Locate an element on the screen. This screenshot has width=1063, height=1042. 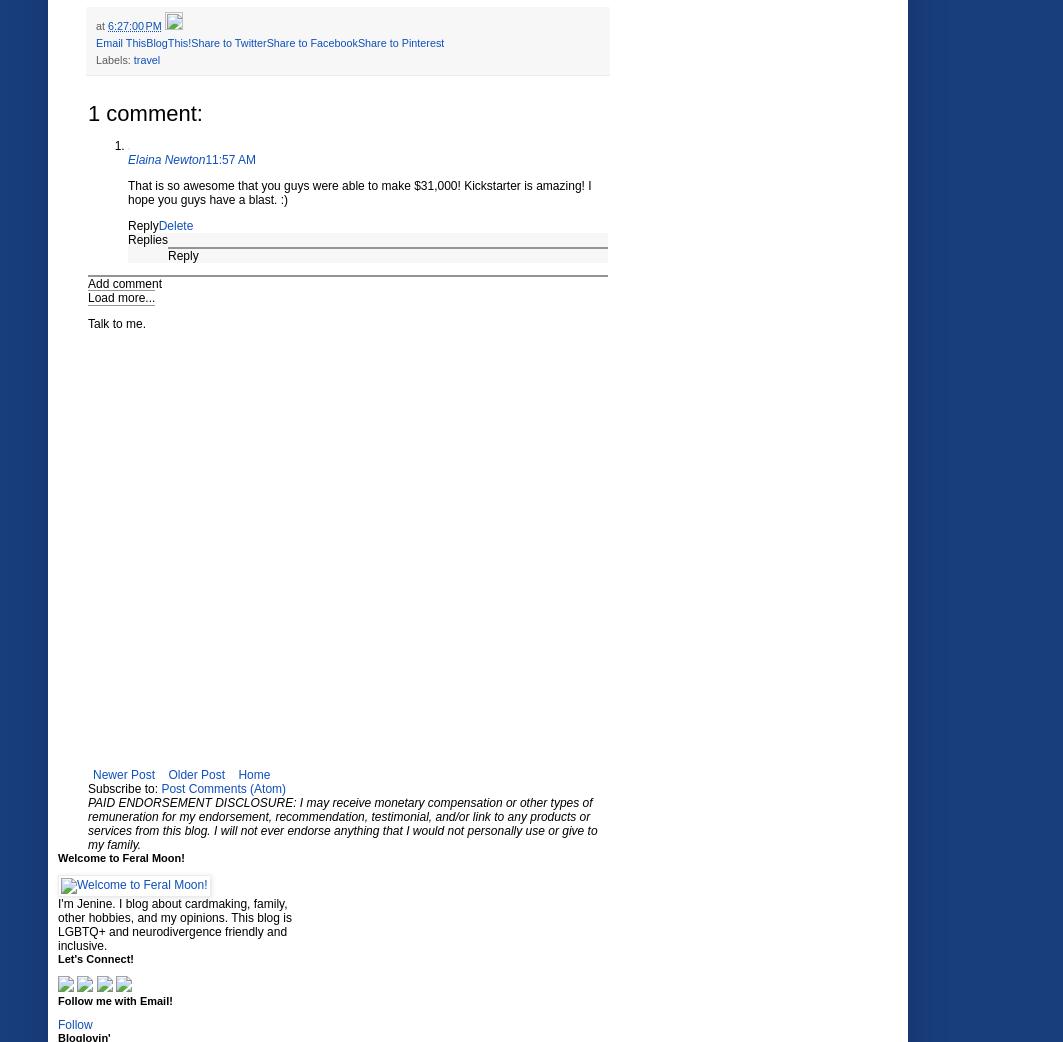
'1 comment:' is located at coordinates (144, 112).